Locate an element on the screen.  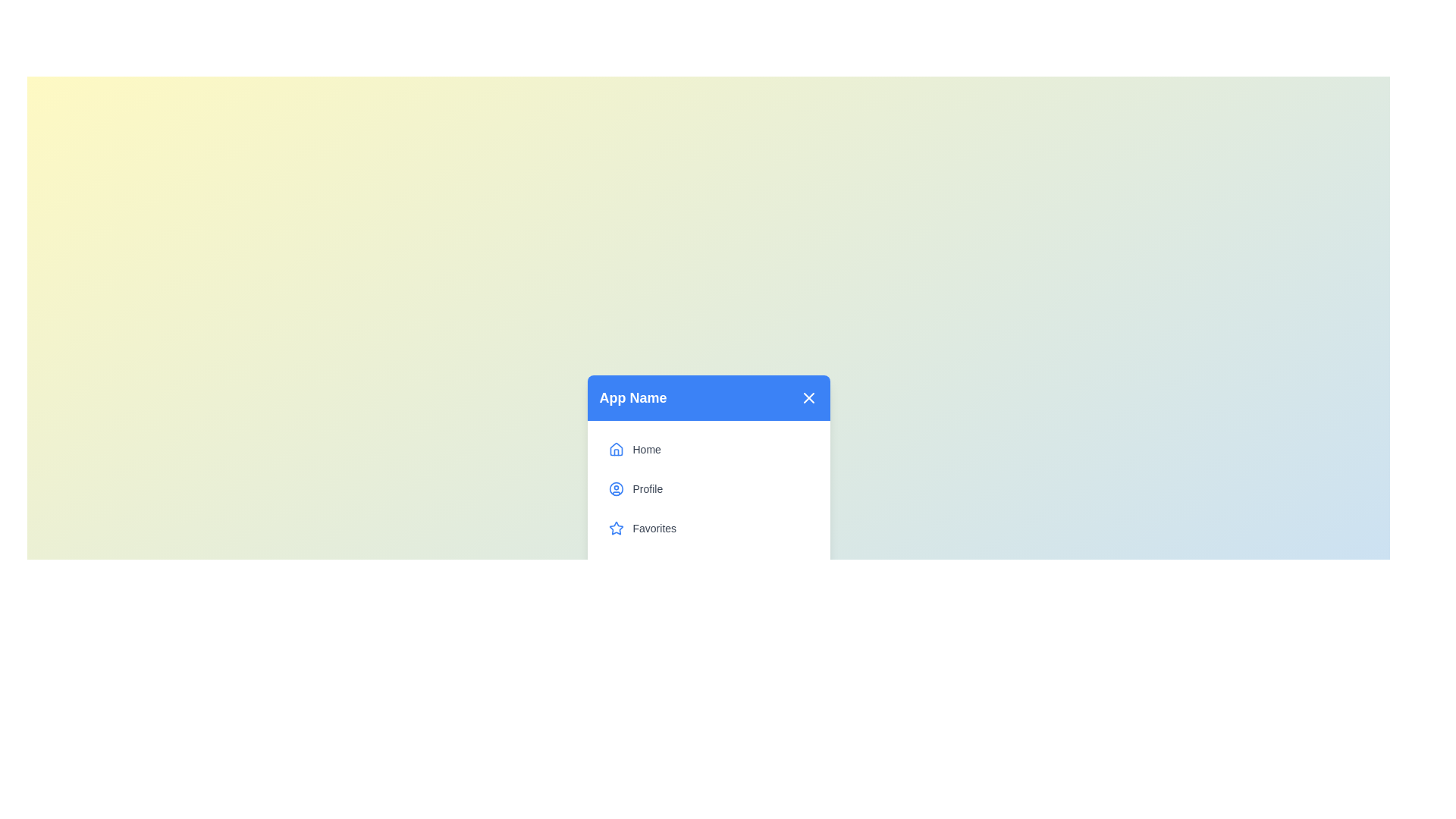
the menu item labeled Home to trigger its associated action is located at coordinates (708, 449).